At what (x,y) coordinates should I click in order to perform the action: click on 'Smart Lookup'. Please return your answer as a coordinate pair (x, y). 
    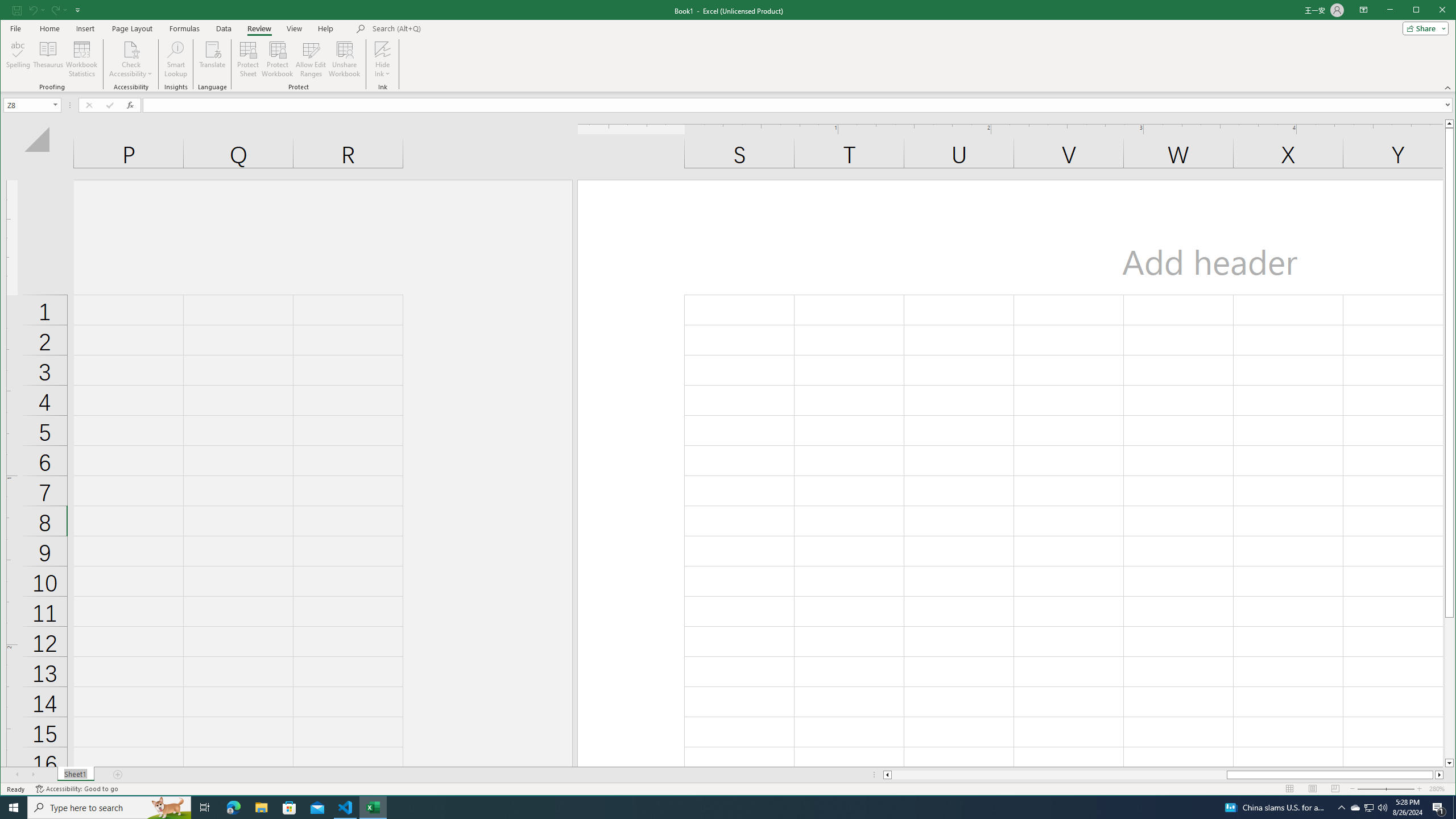
    Looking at the image, I should click on (176, 59).